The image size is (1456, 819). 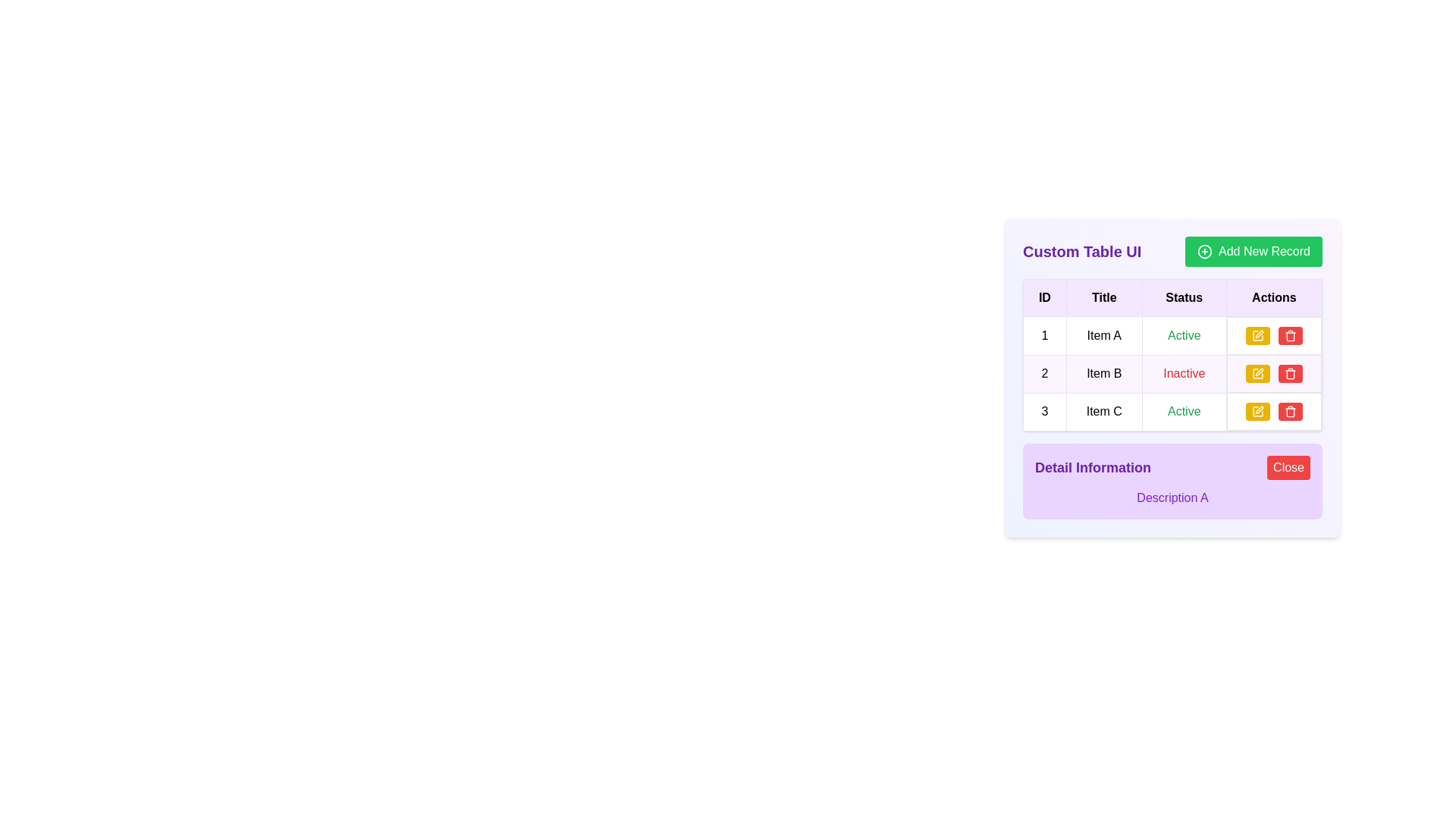 What do you see at coordinates (1043, 334) in the screenshot?
I see `numeric value displayed in the first cell of the first row under the 'ID' column, which shows '1'` at bounding box center [1043, 334].